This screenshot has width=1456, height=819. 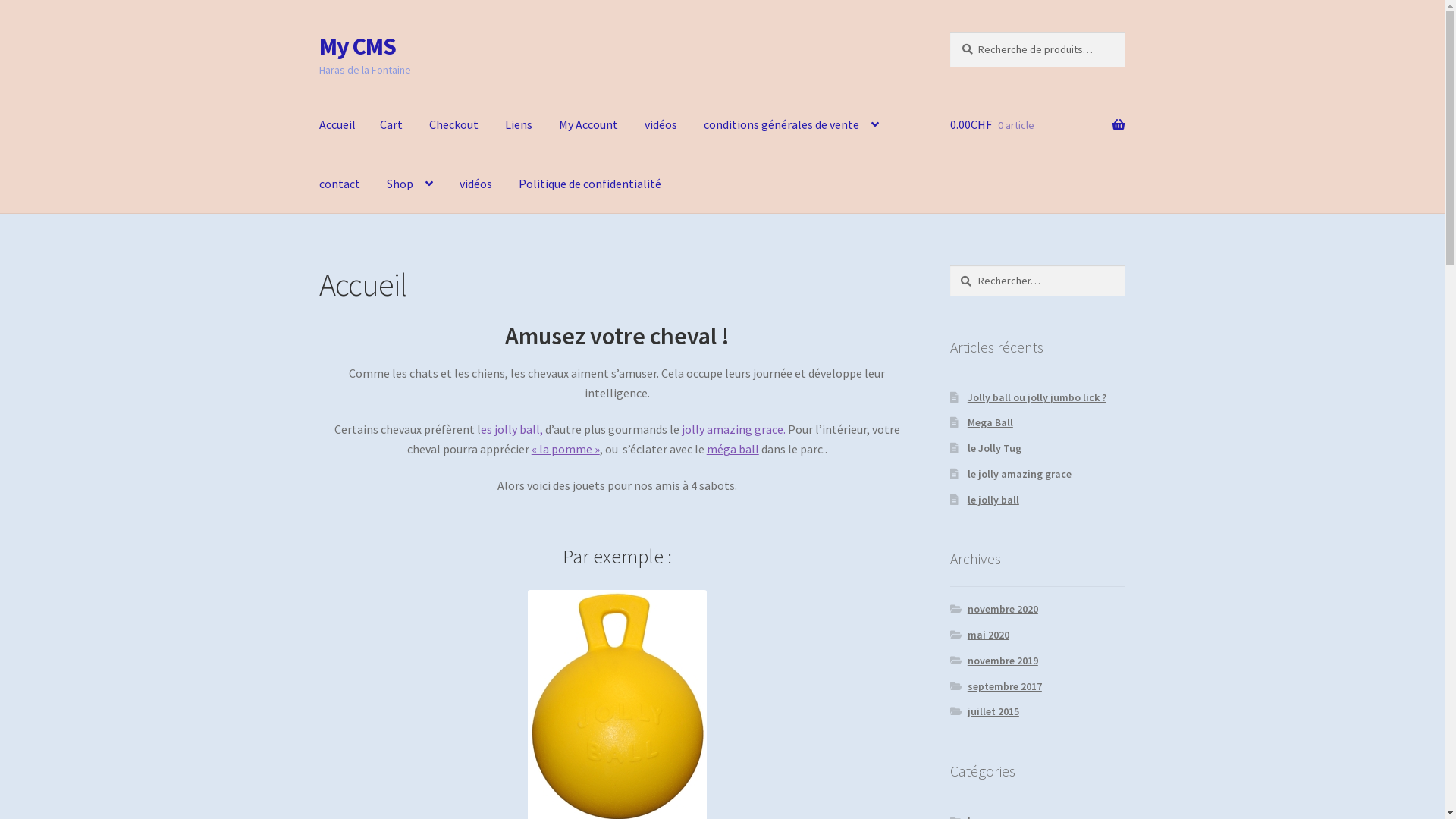 I want to click on 'My CMS', so click(x=356, y=45).